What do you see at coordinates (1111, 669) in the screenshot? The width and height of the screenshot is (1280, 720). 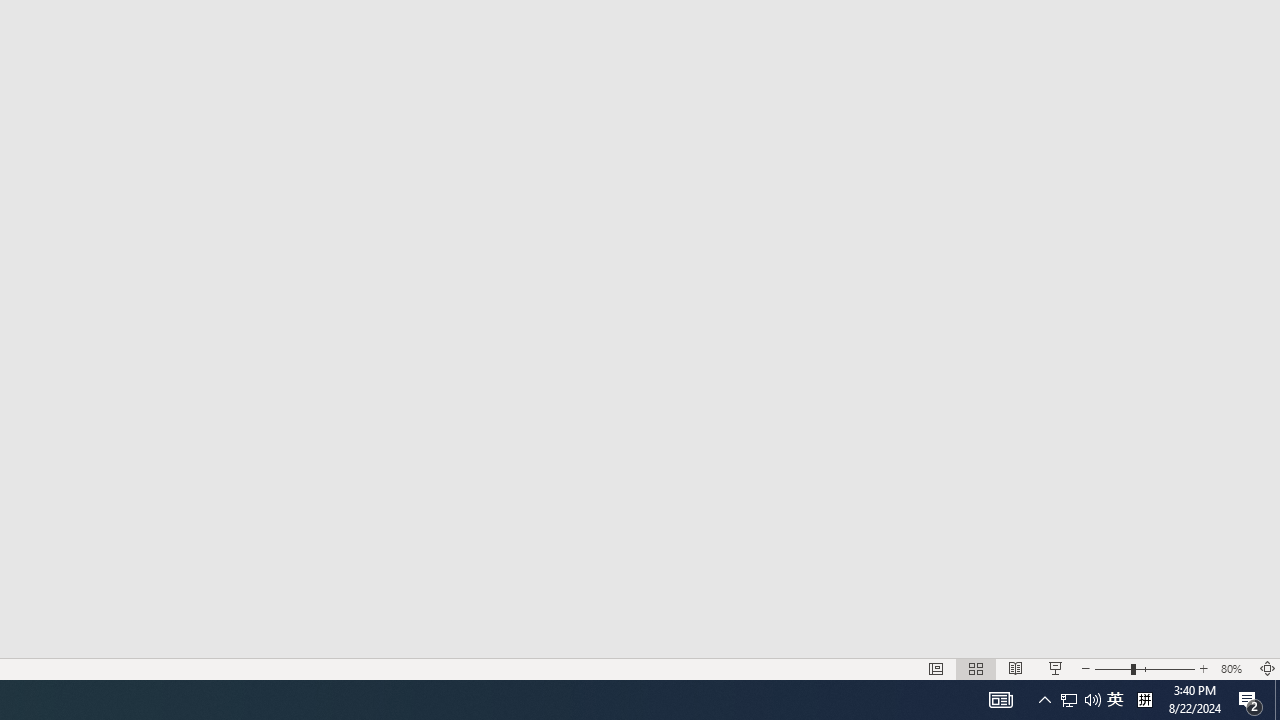 I see `'Tray Input Indicator - Chinese (Simplified, China)'` at bounding box center [1111, 669].